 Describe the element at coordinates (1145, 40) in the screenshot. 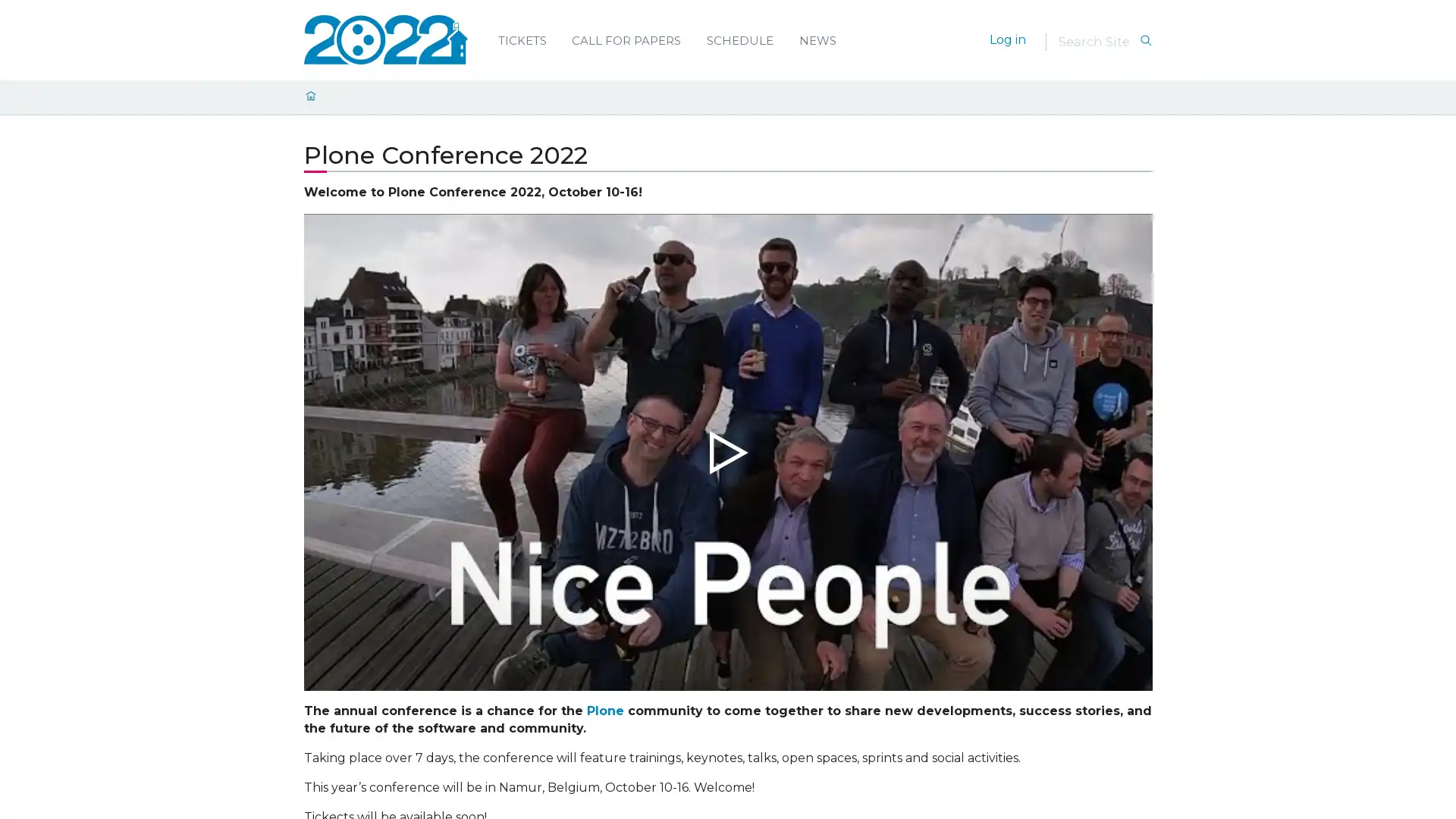

I see `Search` at that location.